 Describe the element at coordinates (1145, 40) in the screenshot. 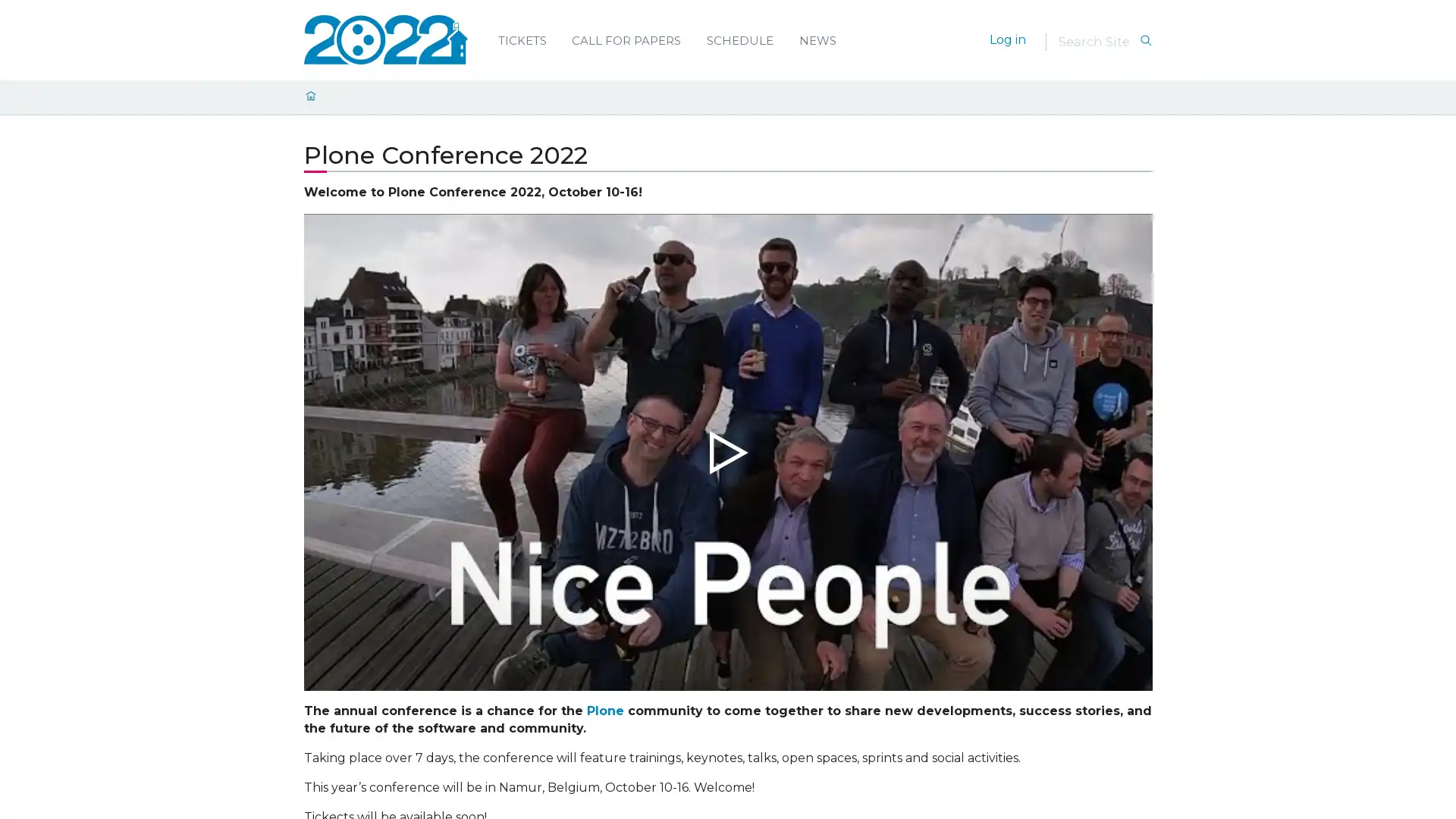

I see `Search` at that location.